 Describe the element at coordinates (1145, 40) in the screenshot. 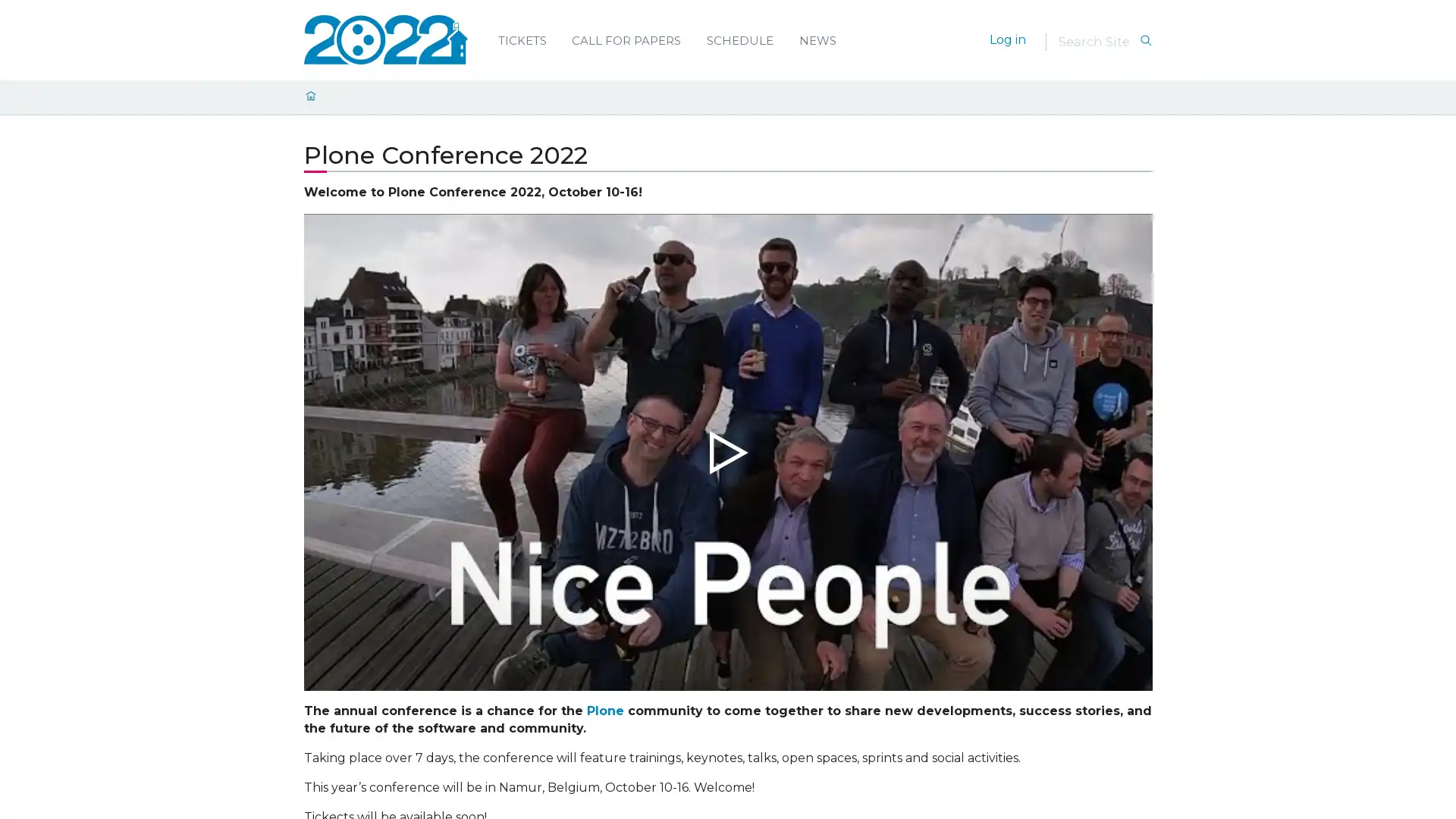

I see `Search` at that location.